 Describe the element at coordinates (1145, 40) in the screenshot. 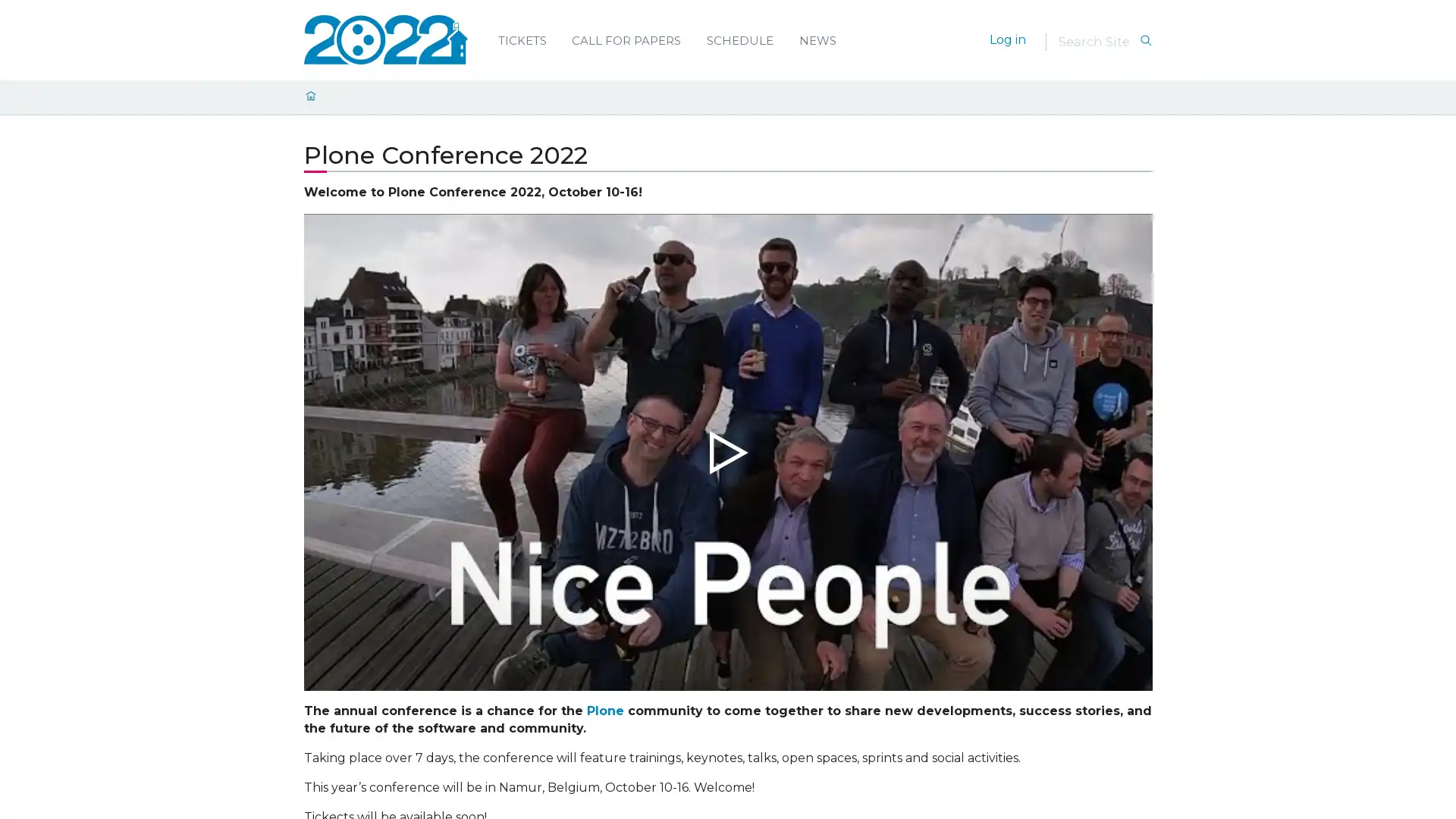

I see `Search` at that location.